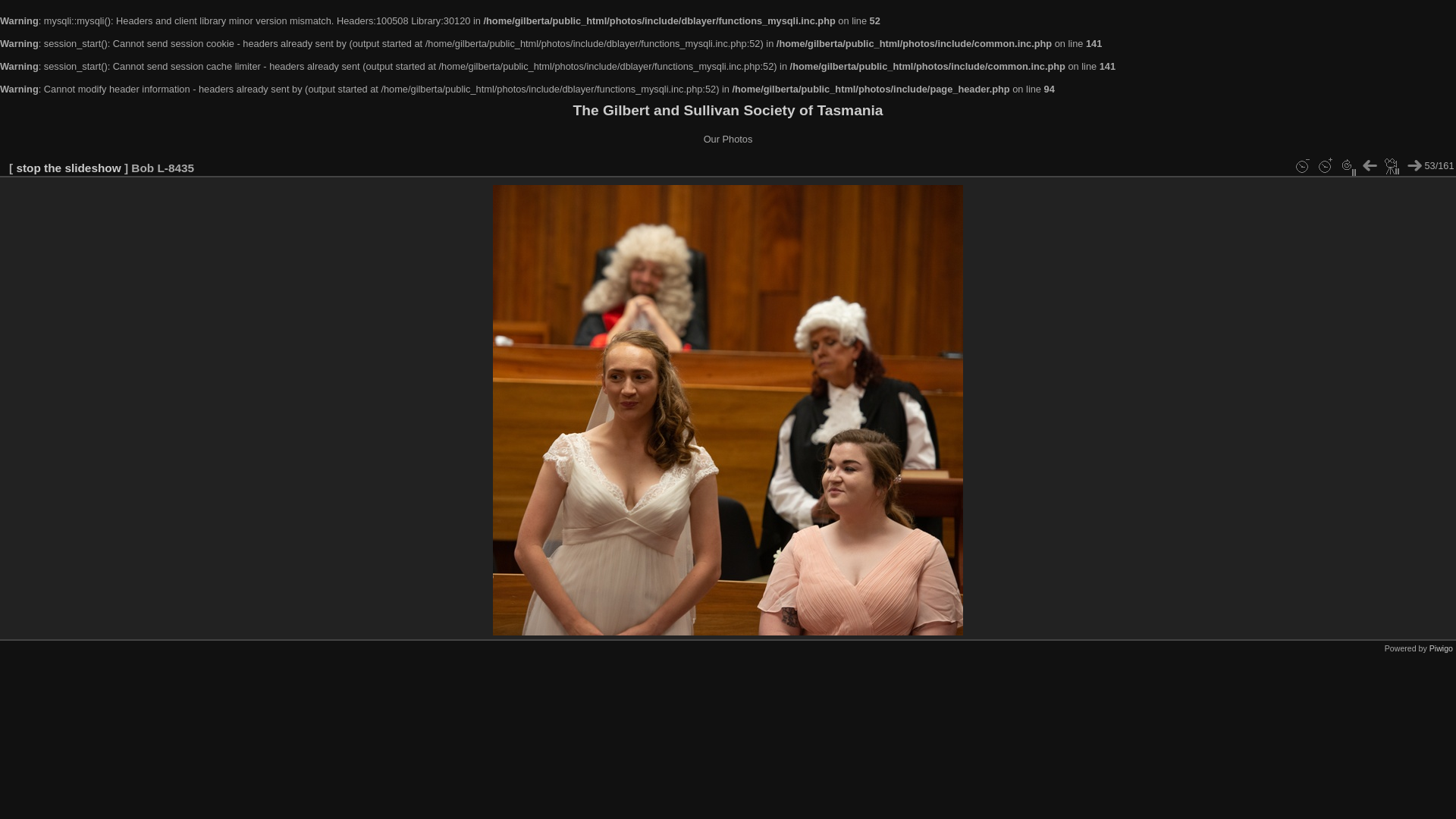  Describe the element at coordinates (1301, 166) in the screenshot. I see `'Reduce slideshow speed'` at that location.